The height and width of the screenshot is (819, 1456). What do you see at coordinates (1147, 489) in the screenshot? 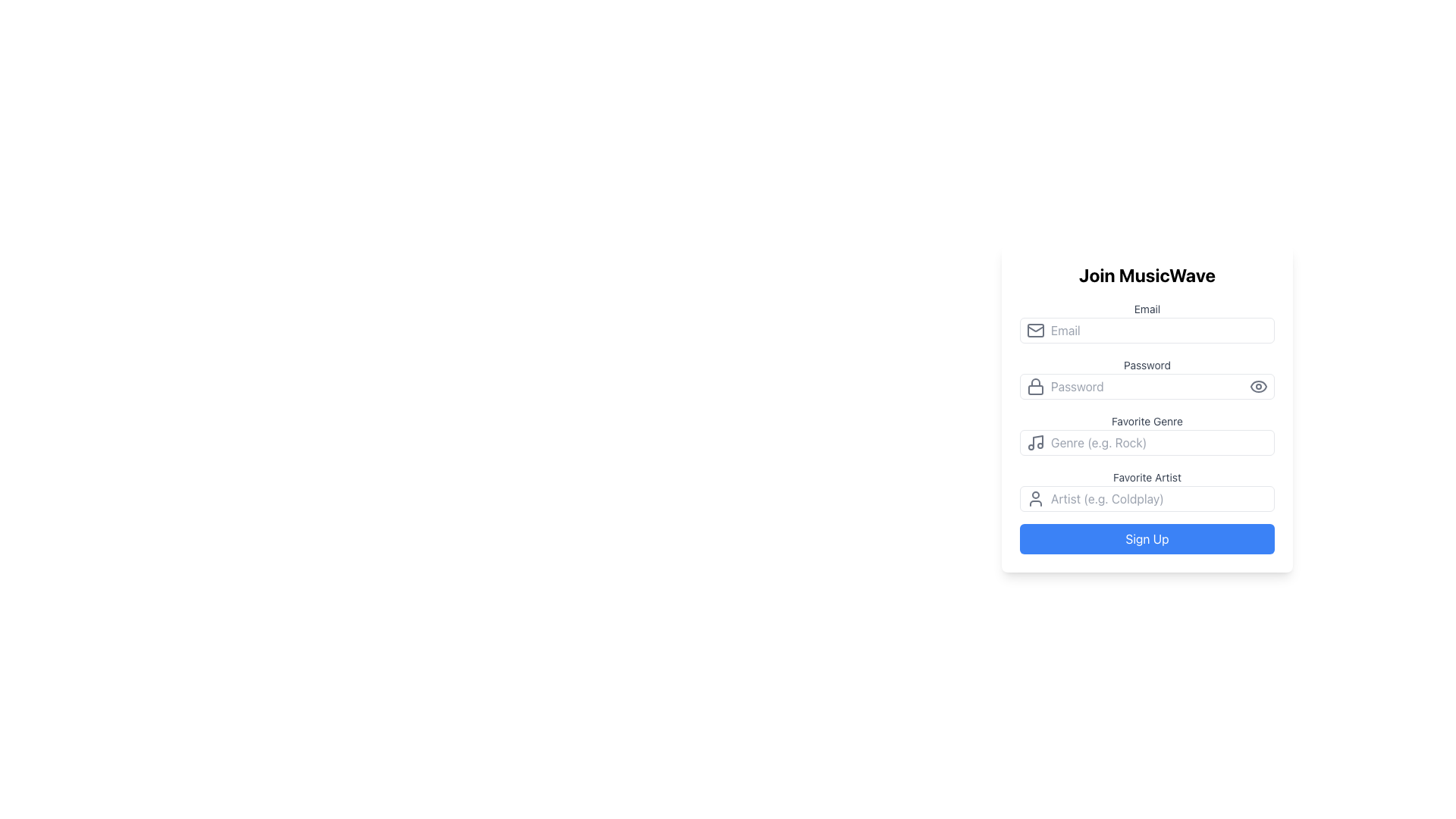
I see `the Text Input Field for entering the favorite artist's name, which has a placeholder text 'Artist (e.g. Coldplay)'` at bounding box center [1147, 489].